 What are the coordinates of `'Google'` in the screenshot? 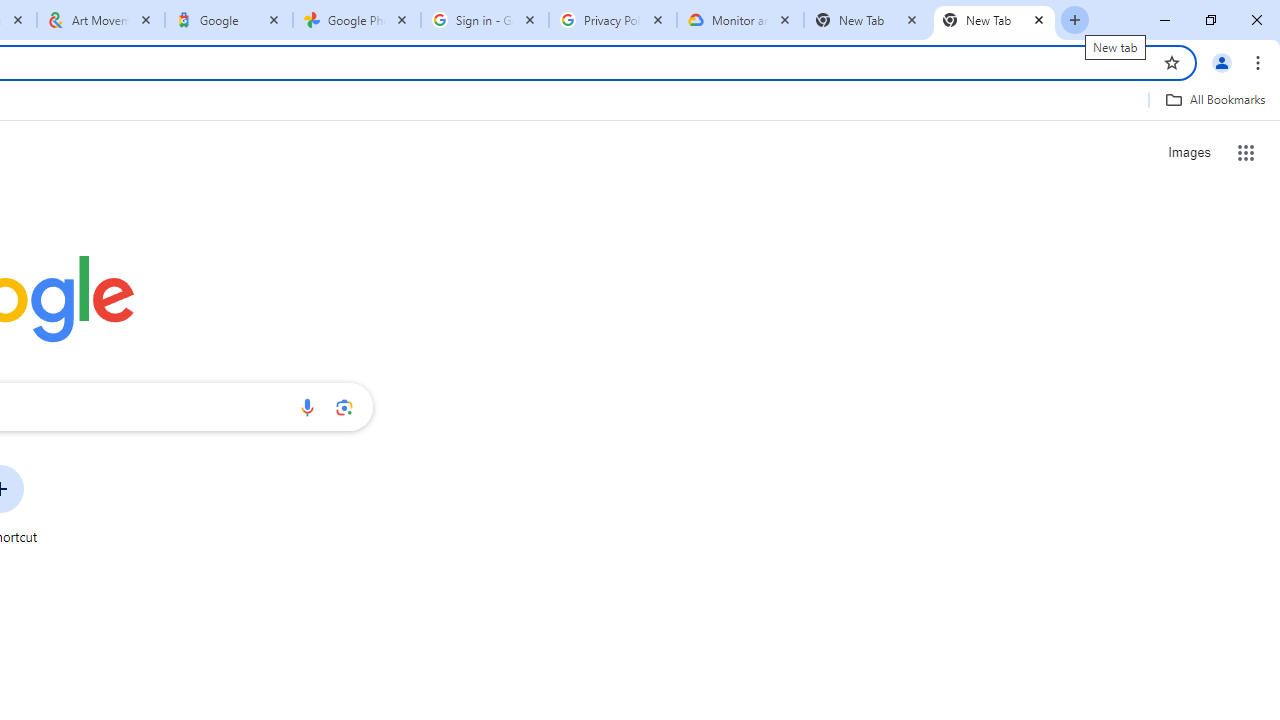 It's located at (229, 20).